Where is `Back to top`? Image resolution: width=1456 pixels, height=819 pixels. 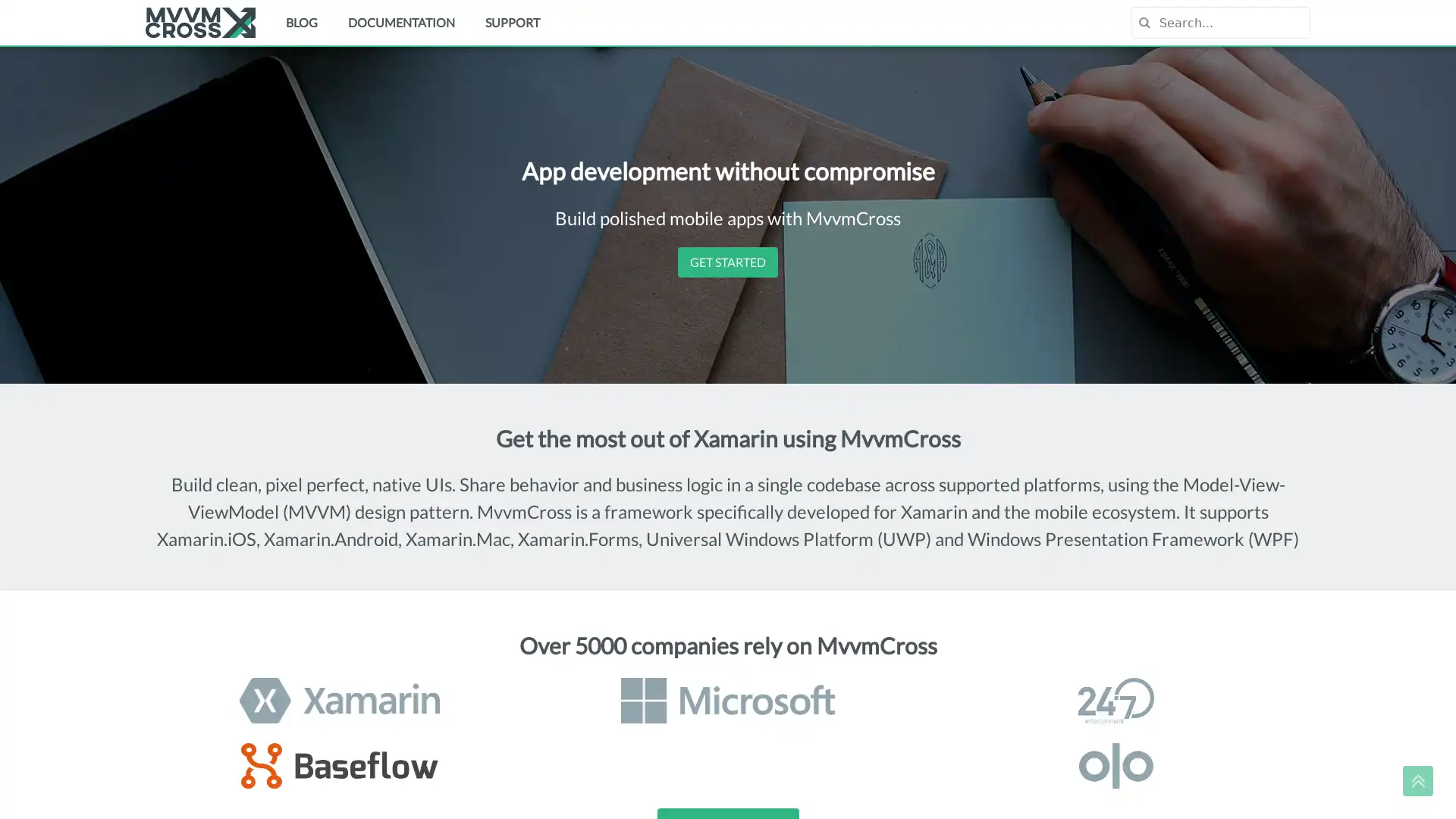
Back to top is located at coordinates (1417, 780).